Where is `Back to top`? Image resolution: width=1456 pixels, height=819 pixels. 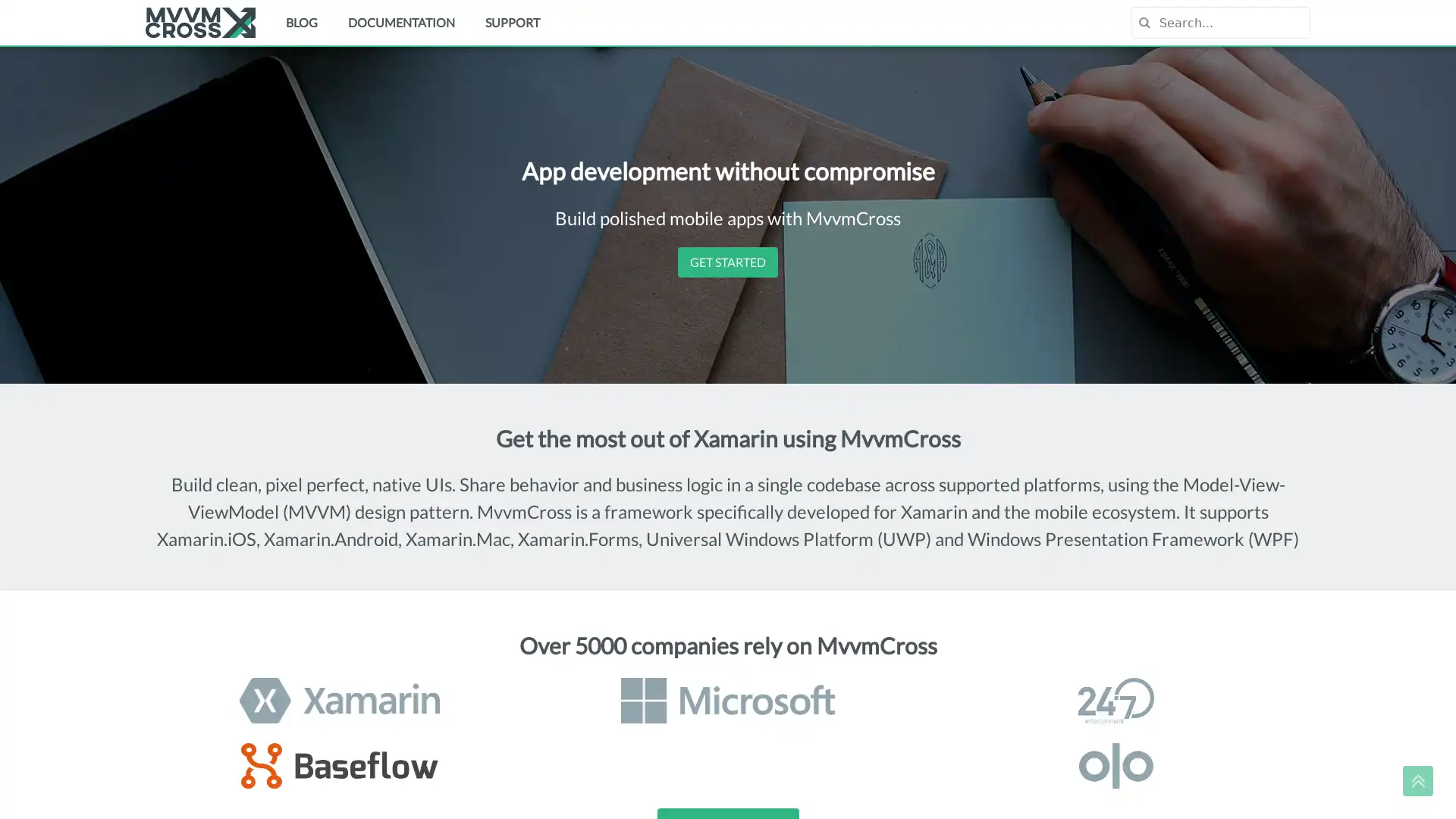
Back to top is located at coordinates (1417, 780).